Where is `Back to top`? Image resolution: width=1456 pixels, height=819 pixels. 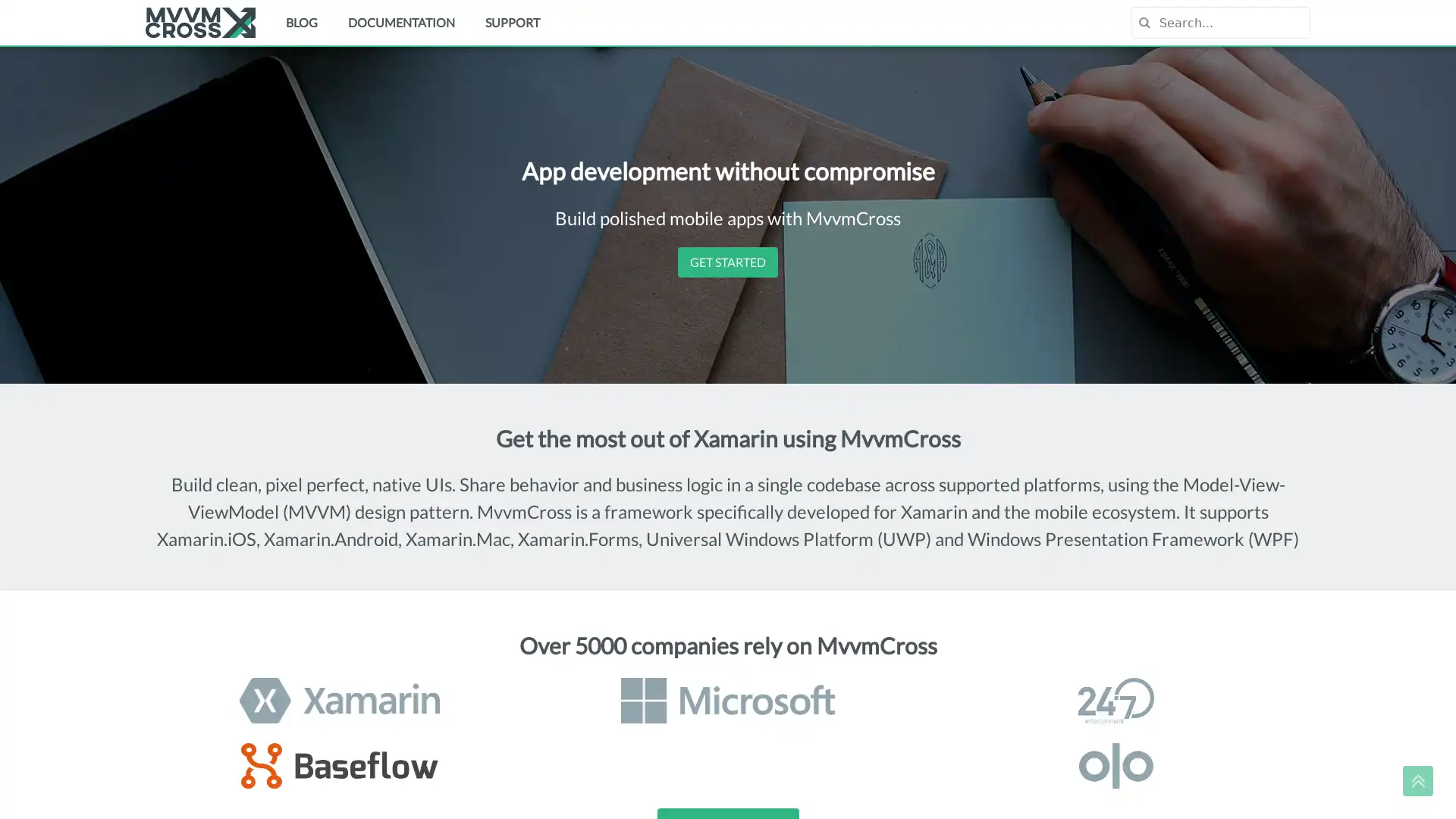
Back to top is located at coordinates (1417, 780).